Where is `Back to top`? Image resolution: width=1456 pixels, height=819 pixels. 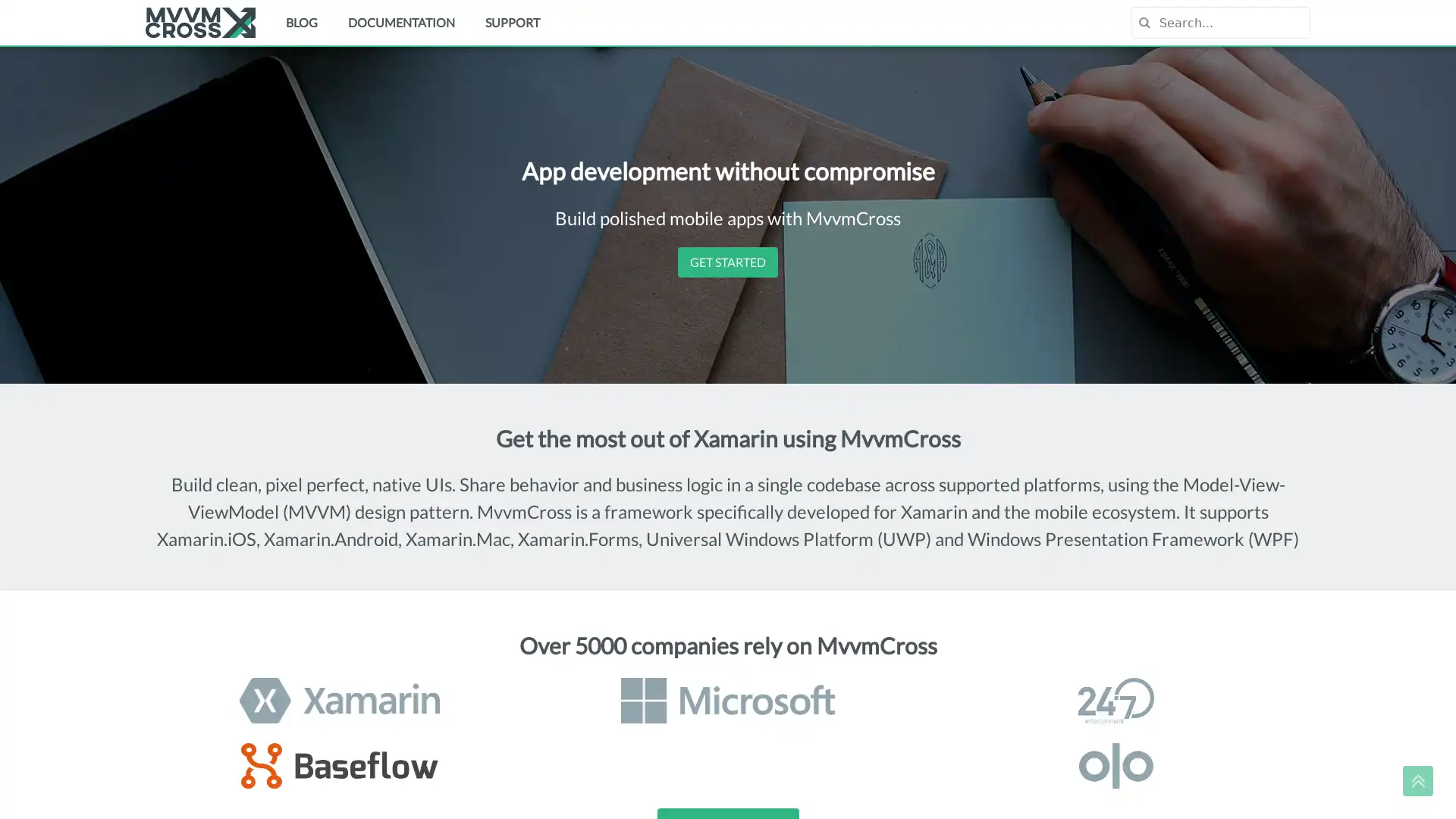
Back to top is located at coordinates (1417, 780).